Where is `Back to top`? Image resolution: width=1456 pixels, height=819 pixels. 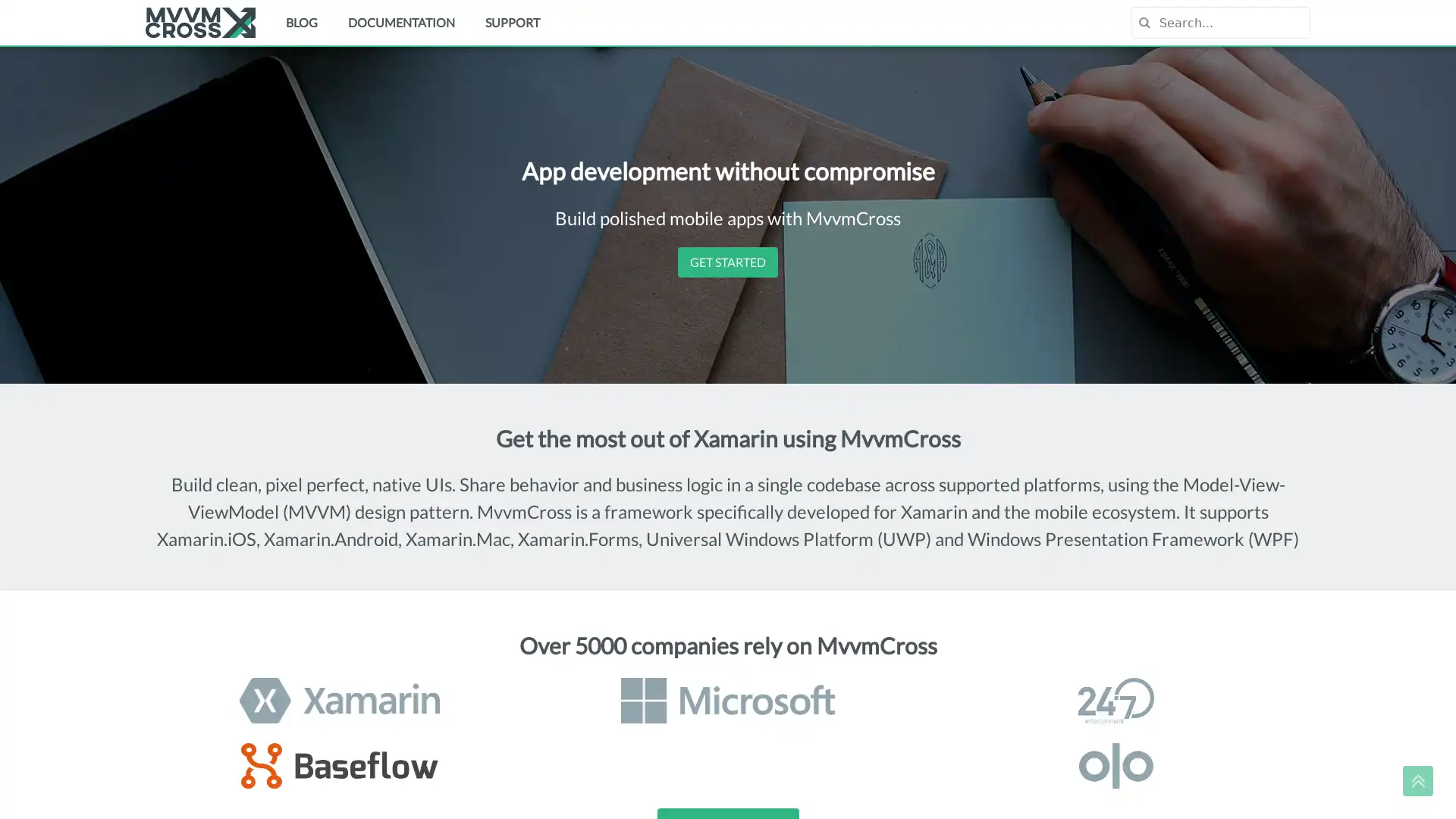
Back to top is located at coordinates (1417, 780).